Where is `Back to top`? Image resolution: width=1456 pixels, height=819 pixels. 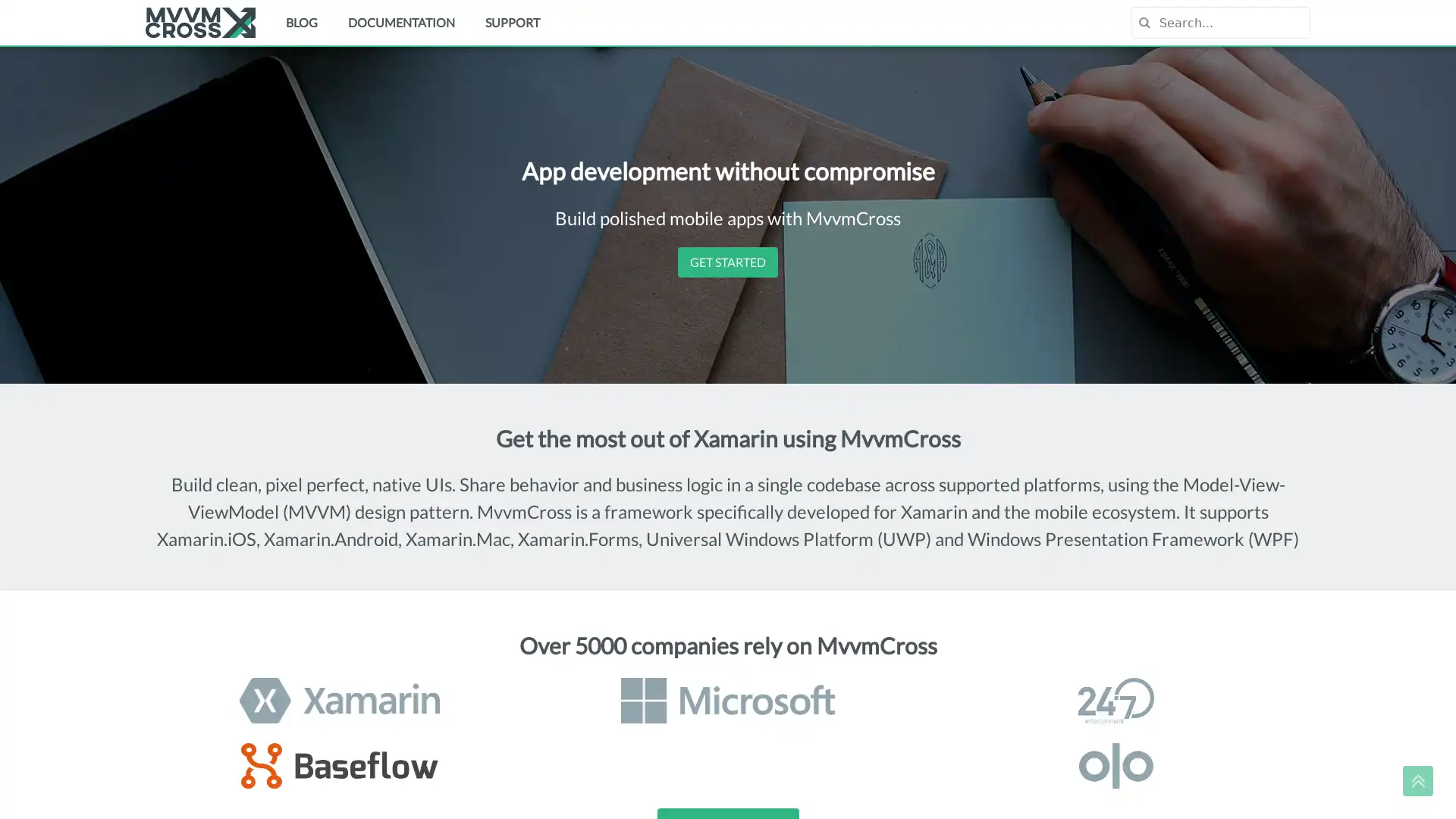
Back to top is located at coordinates (1417, 780).